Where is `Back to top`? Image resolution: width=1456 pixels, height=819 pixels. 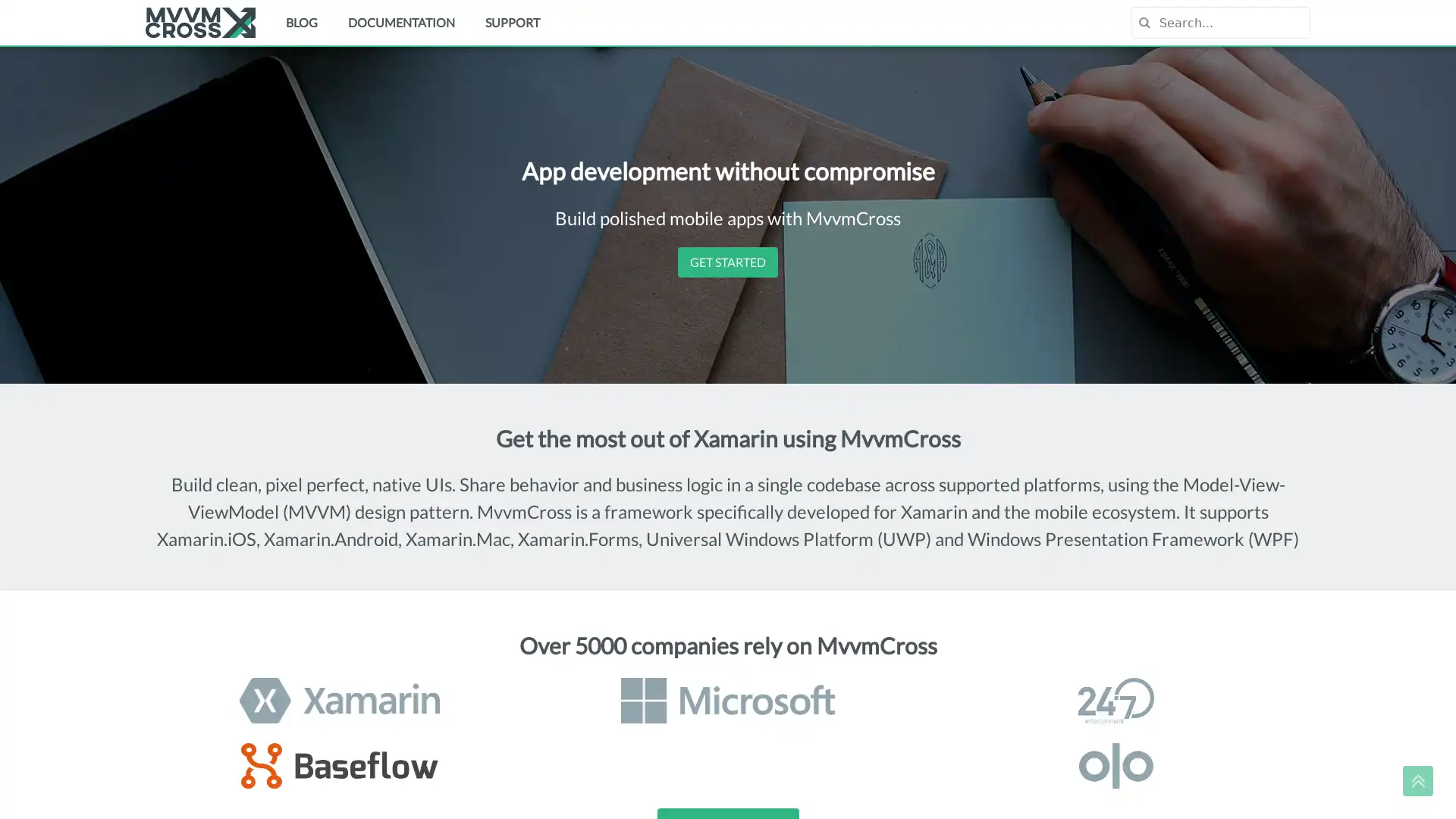
Back to top is located at coordinates (1417, 780).